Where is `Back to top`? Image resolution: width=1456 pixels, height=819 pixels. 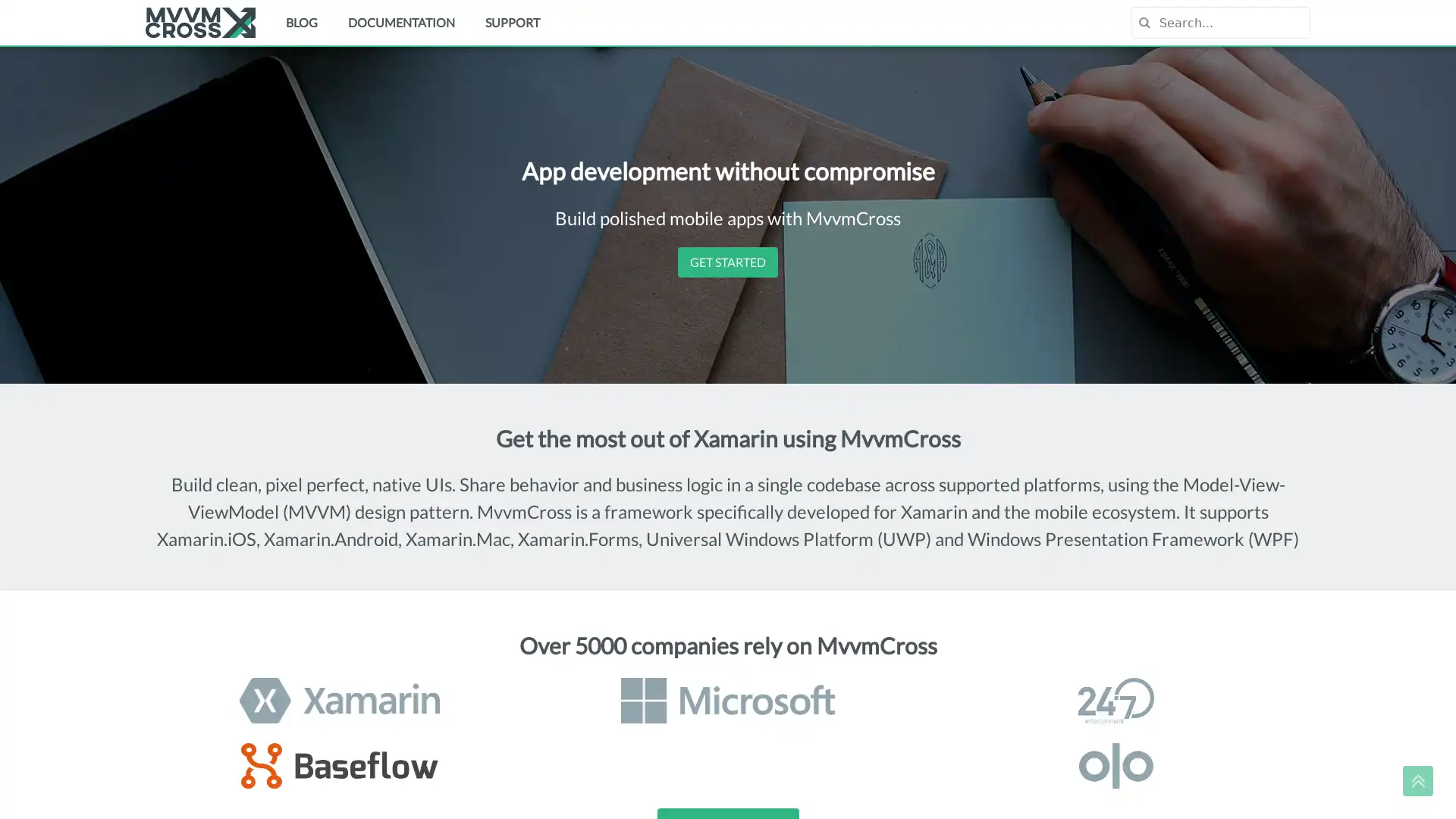
Back to top is located at coordinates (1417, 780).